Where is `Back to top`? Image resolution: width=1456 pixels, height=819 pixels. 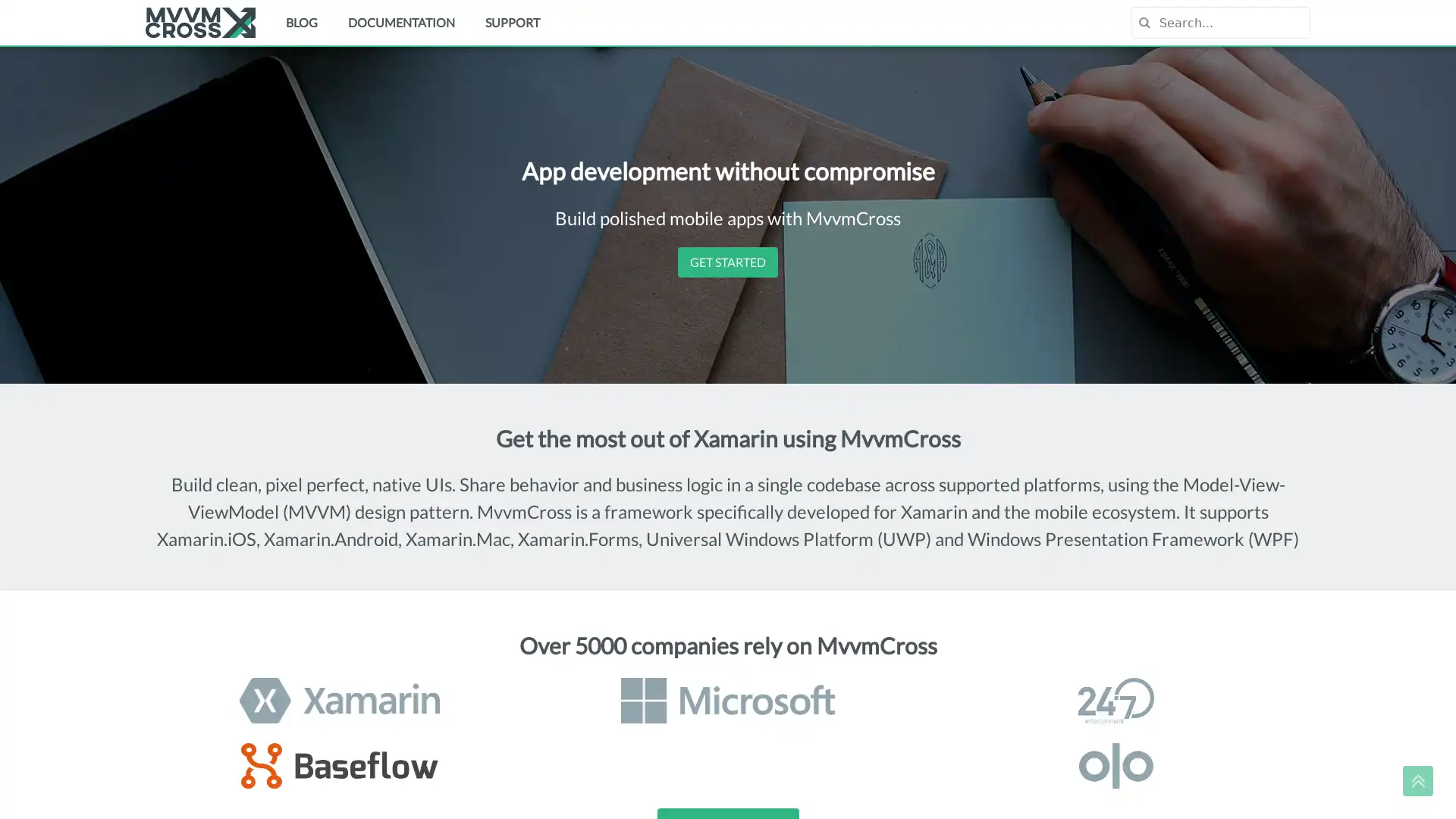
Back to top is located at coordinates (1417, 780).